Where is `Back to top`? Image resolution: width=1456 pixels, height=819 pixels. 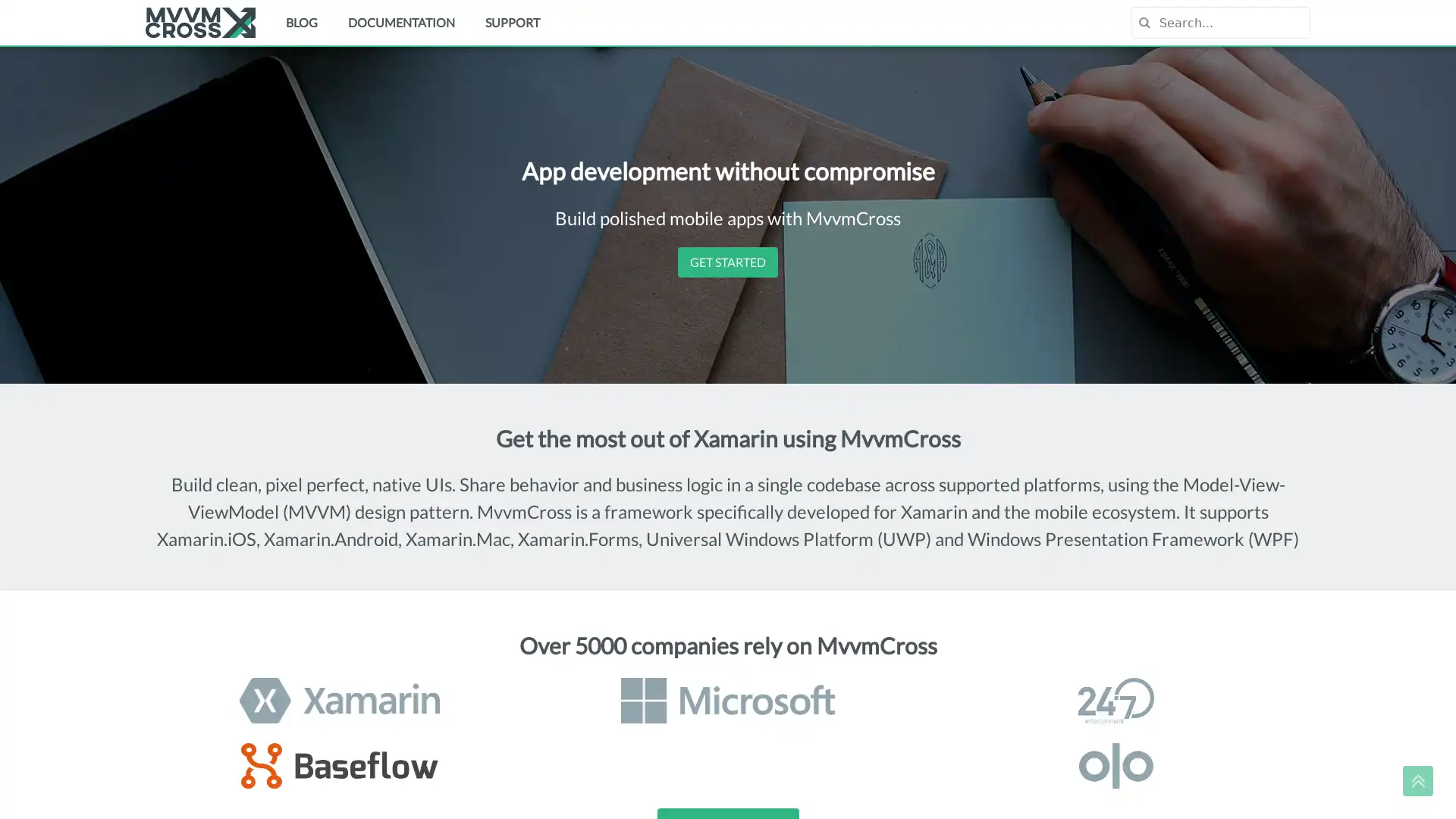
Back to top is located at coordinates (1417, 780).